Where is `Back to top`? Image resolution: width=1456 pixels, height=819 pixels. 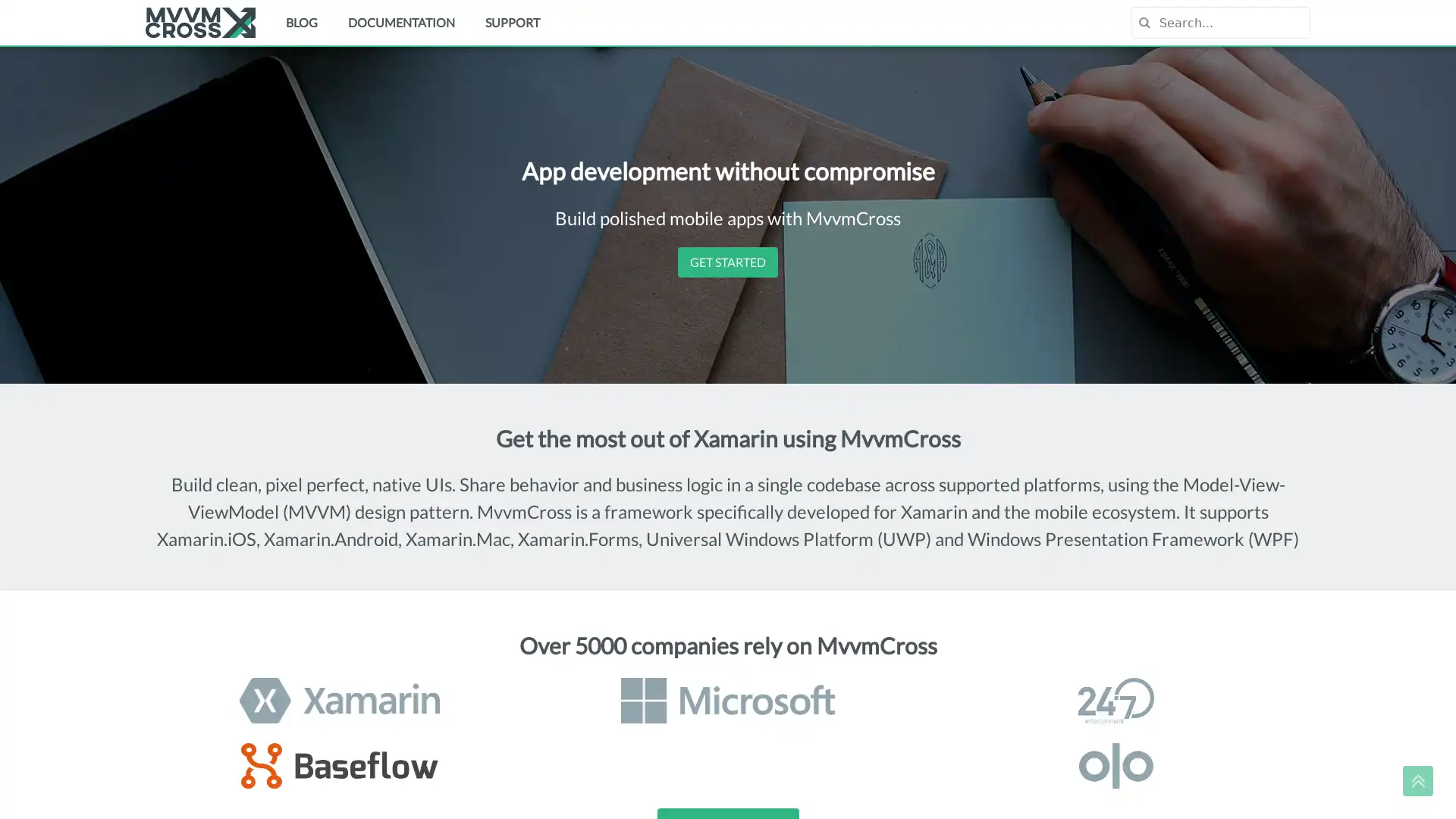
Back to top is located at coordinates (1417, 780).